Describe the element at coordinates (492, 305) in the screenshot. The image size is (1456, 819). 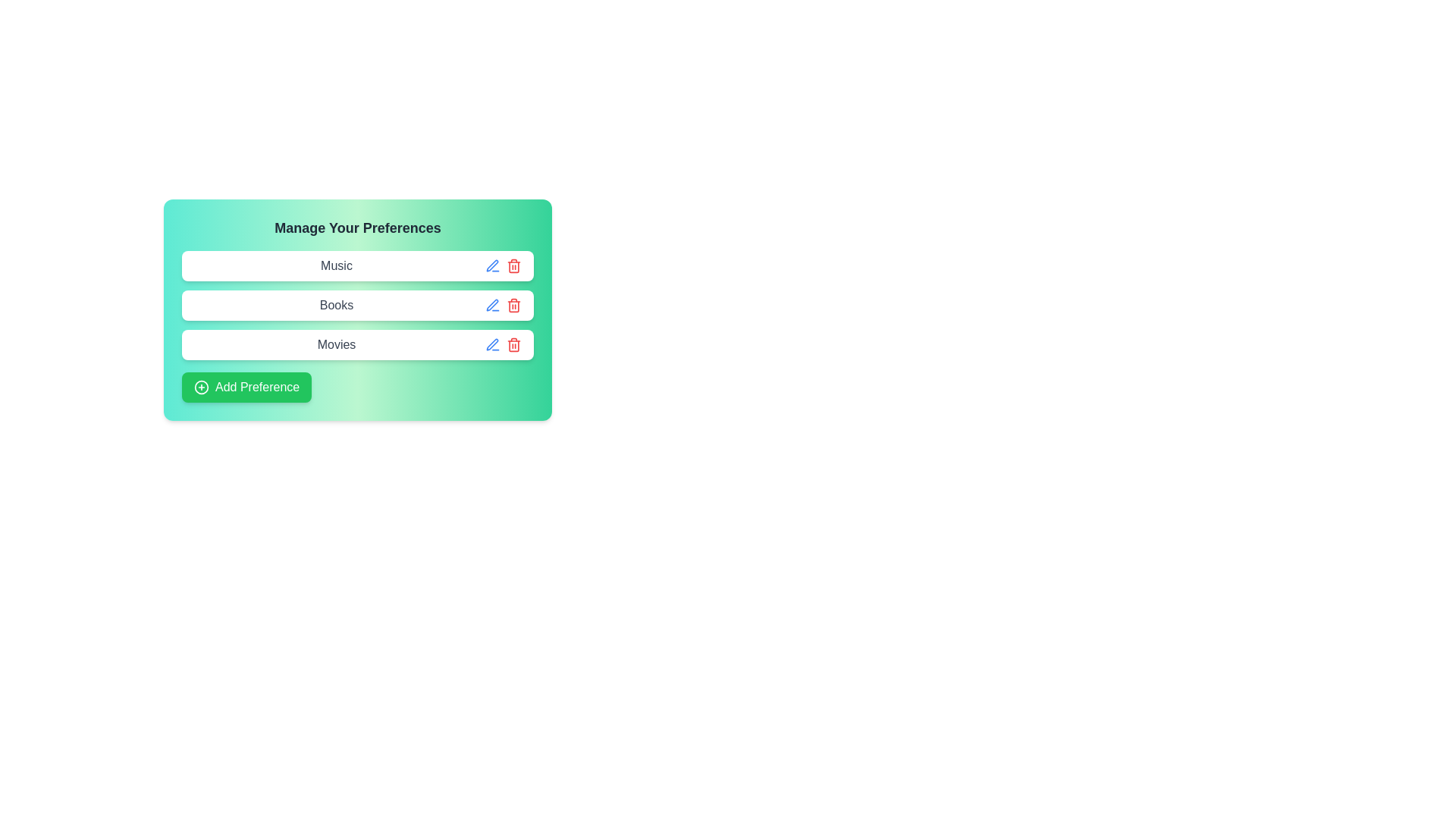
I see `the edit button for the preference tag Books to enable editing` at that location.